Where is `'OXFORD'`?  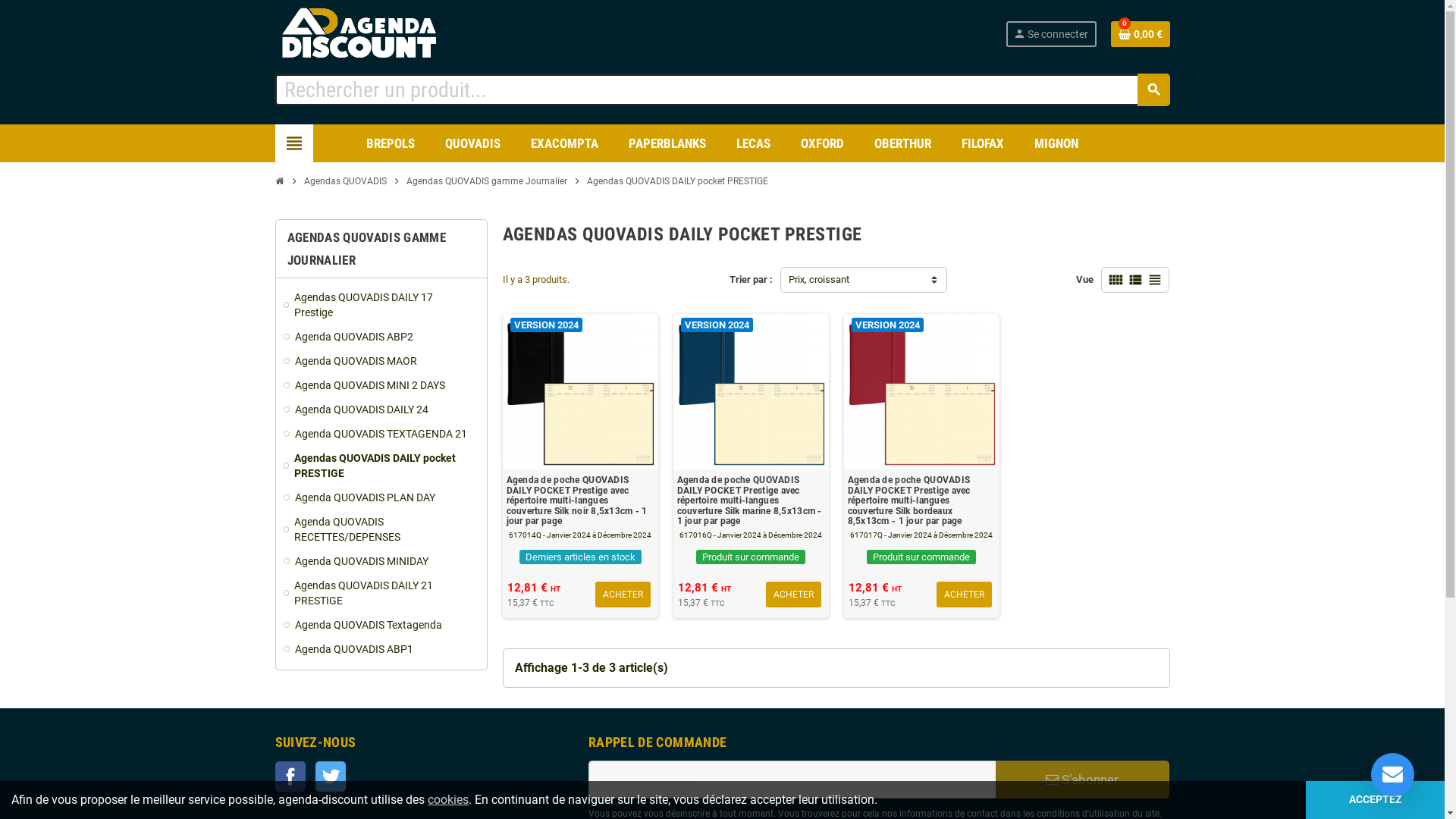
'OXFORD' is located at coordinates (821, 143).